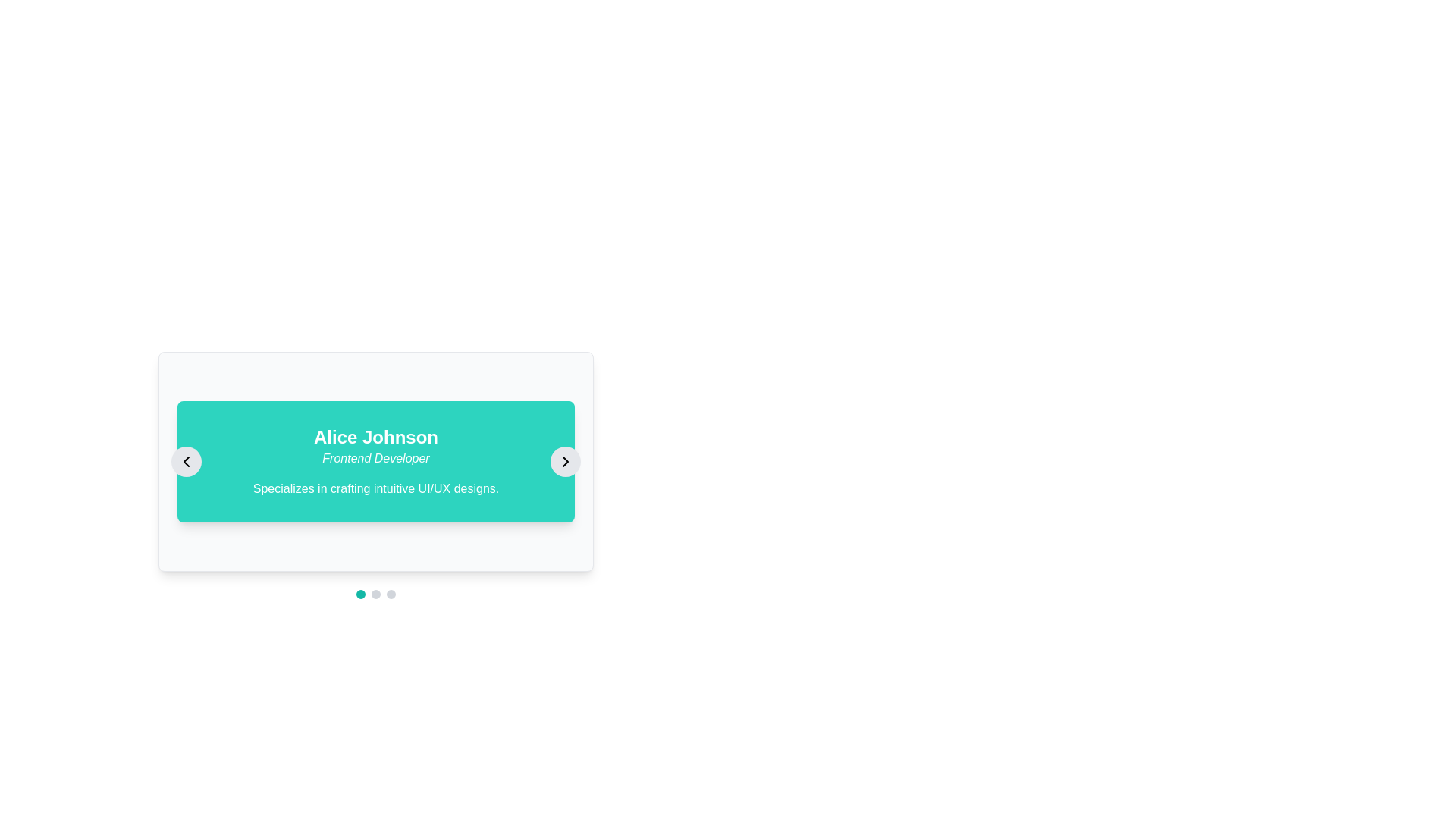  What do you see at coordinates (185, 461) in the screenshot?
I see `the leftward-pointing chevron icon within the circular button on the teal card containing information about 'Alice Johnson, Frontend Developer'` at bounding box center [185, 461].